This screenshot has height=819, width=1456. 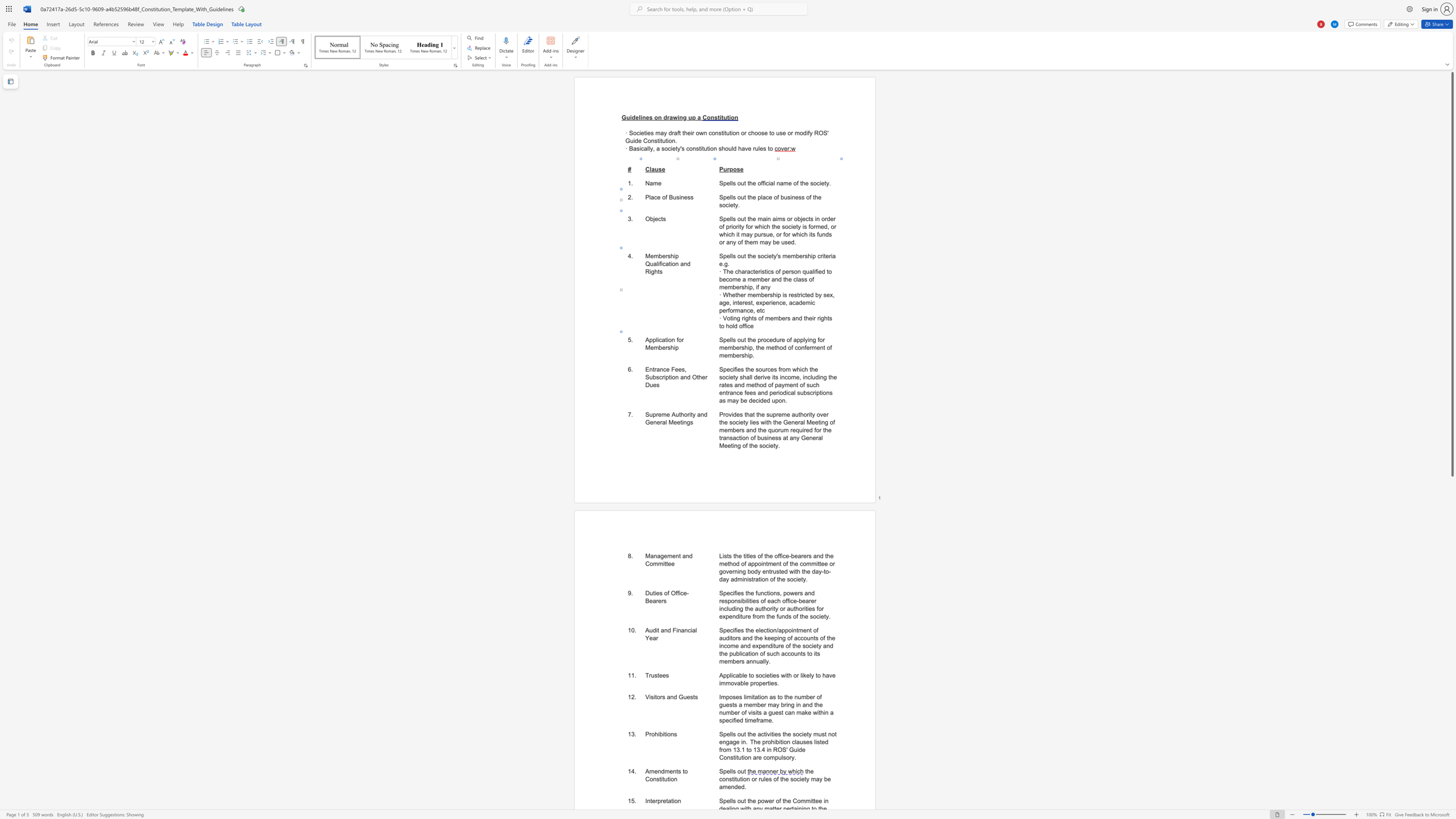 I want to click on the 1th character "u" in the text, so click(x=651, y=263).